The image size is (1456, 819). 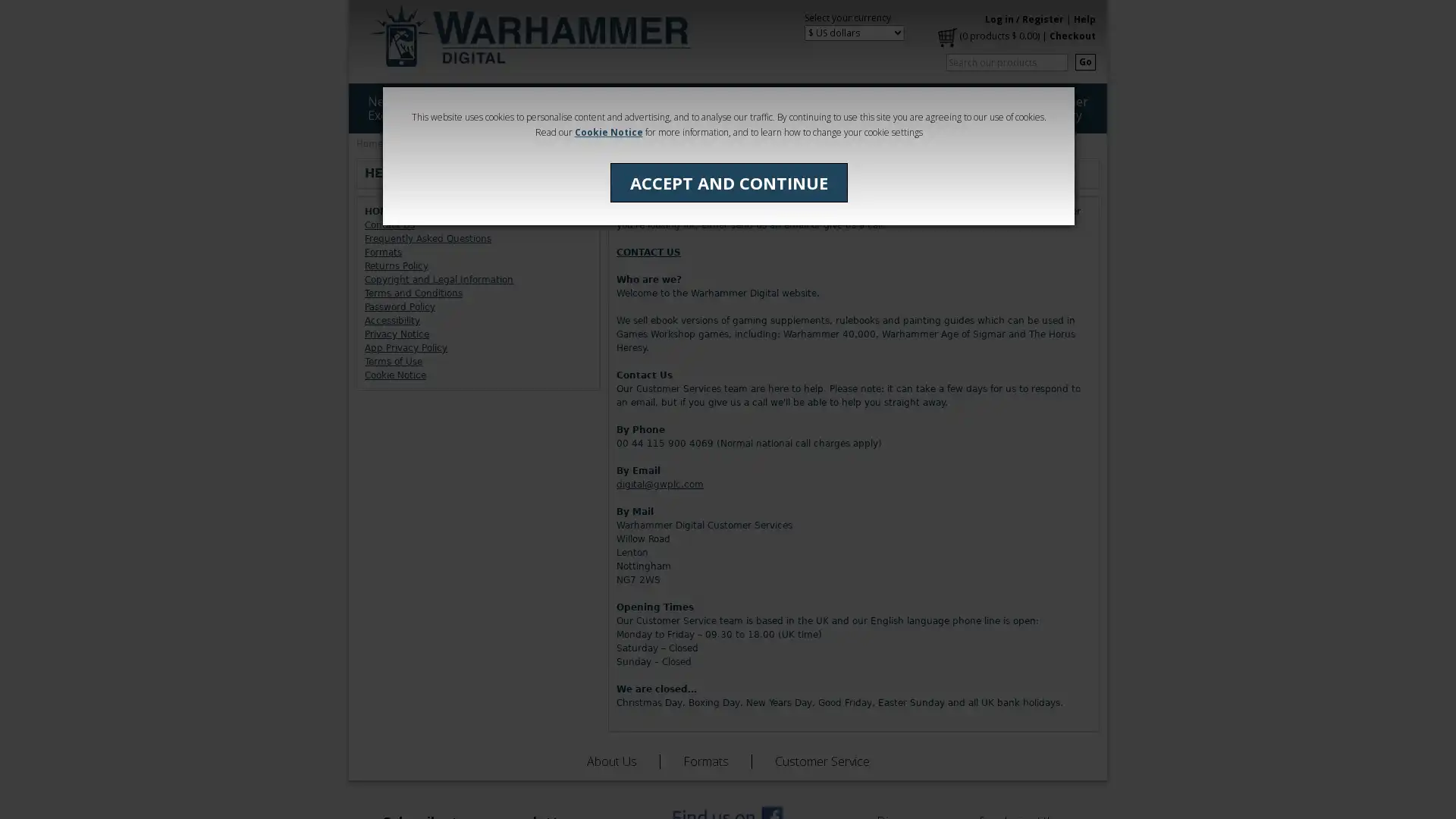 What do you see at coordinates (728, 181) in the screenshot?
I see `ACCEPT AND CONTINUE` at bounding box center [728, 181].